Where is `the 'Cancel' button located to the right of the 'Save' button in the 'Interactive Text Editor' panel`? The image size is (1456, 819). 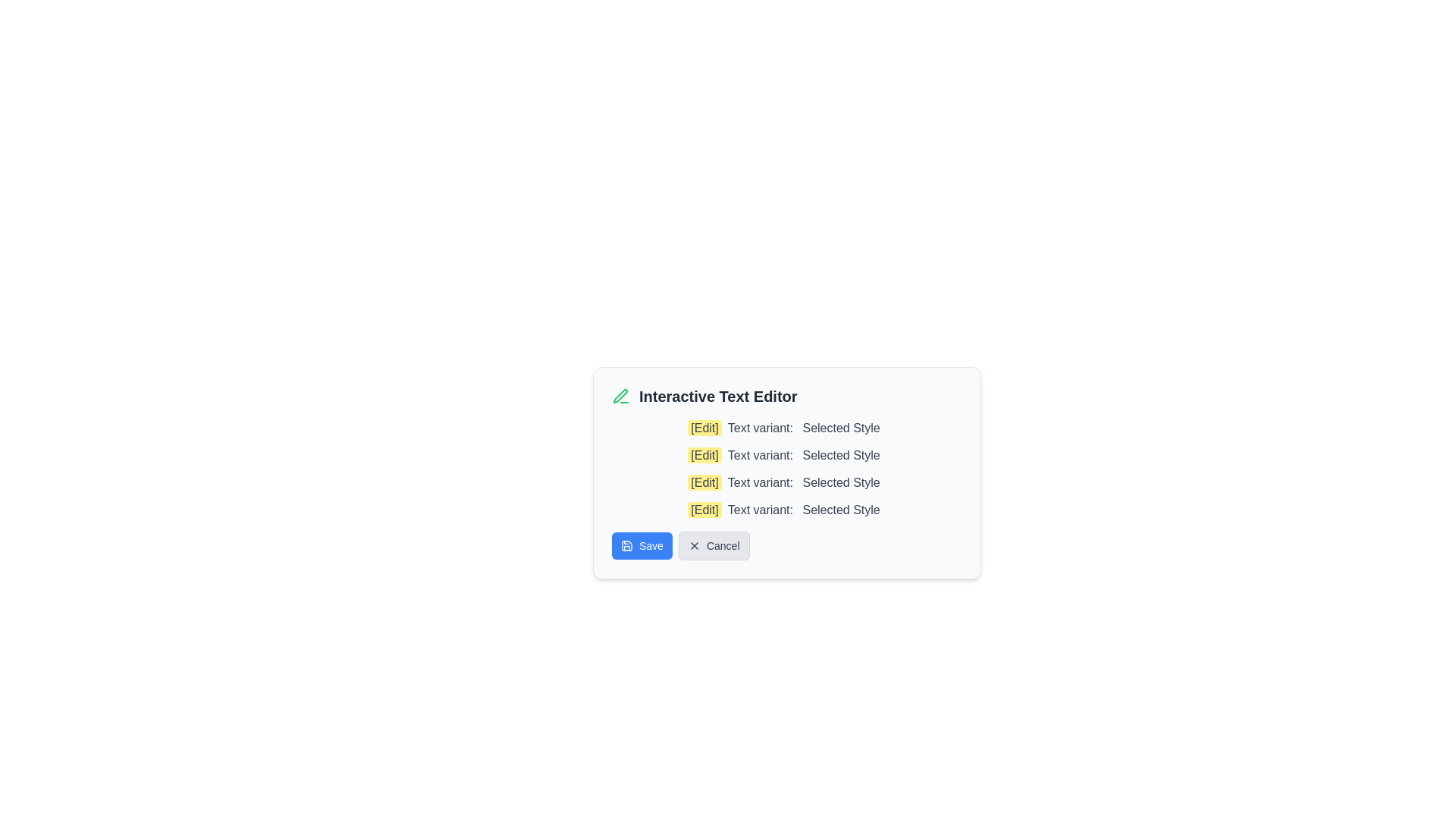
the 'Cancel' button located to the right of the 'Save' button in the 'Interactive Text Editor' panel is located at coordinates (713, 546).